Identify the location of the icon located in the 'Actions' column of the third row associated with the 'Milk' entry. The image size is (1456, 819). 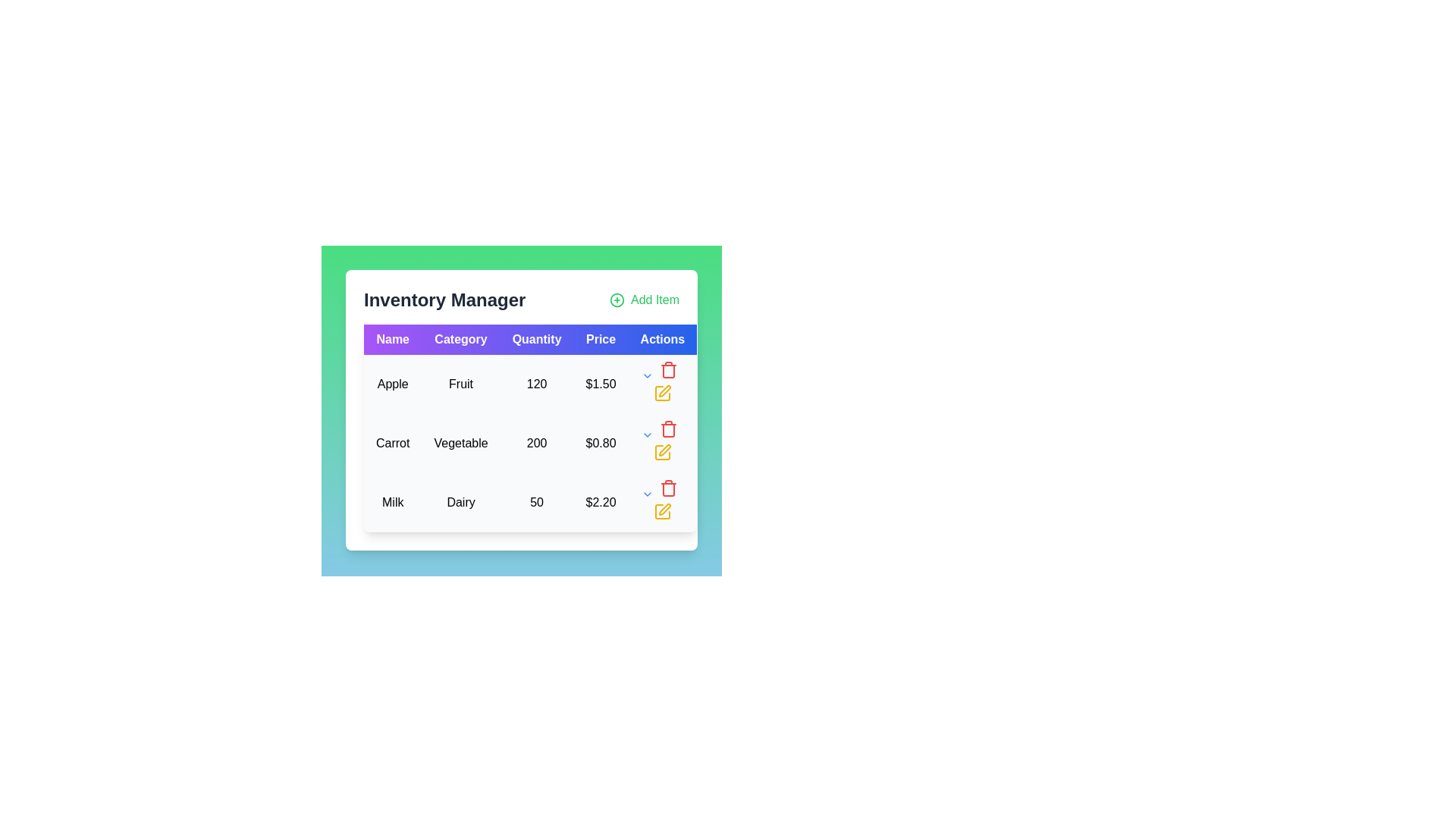
(662, 393).